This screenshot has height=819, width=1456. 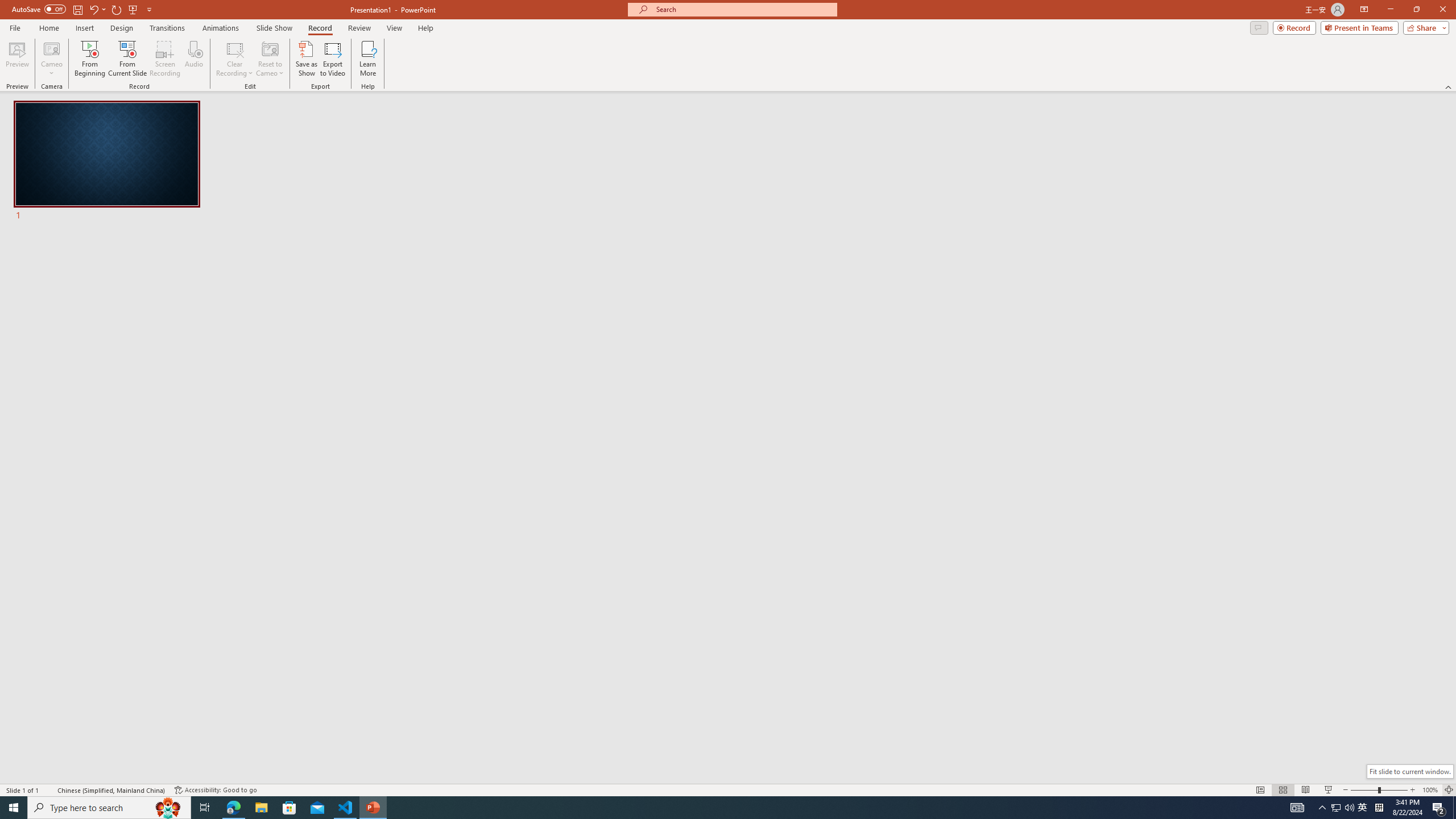 I want to click on 'Save as Show', so click(x=306, y=59).